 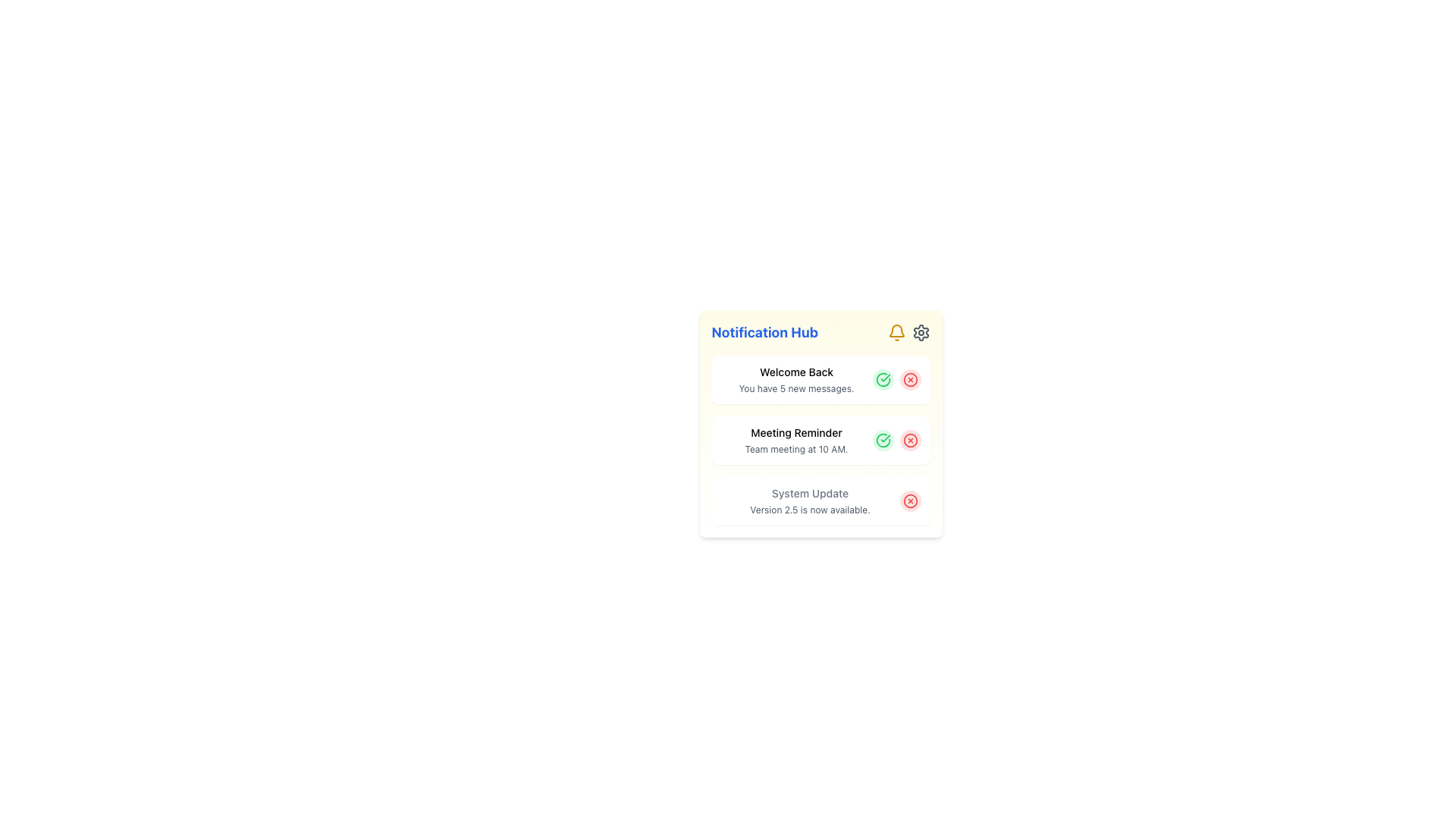 What do you see at coordinates (795, 379) in the screenshot?
I see `the notification header that greets users with 'Welcome Back' and indicates 'You have 5 new messages.' This element is located in the 'Notification Hub' at the top-right corner of the interface` at bounding box center [795, 379].